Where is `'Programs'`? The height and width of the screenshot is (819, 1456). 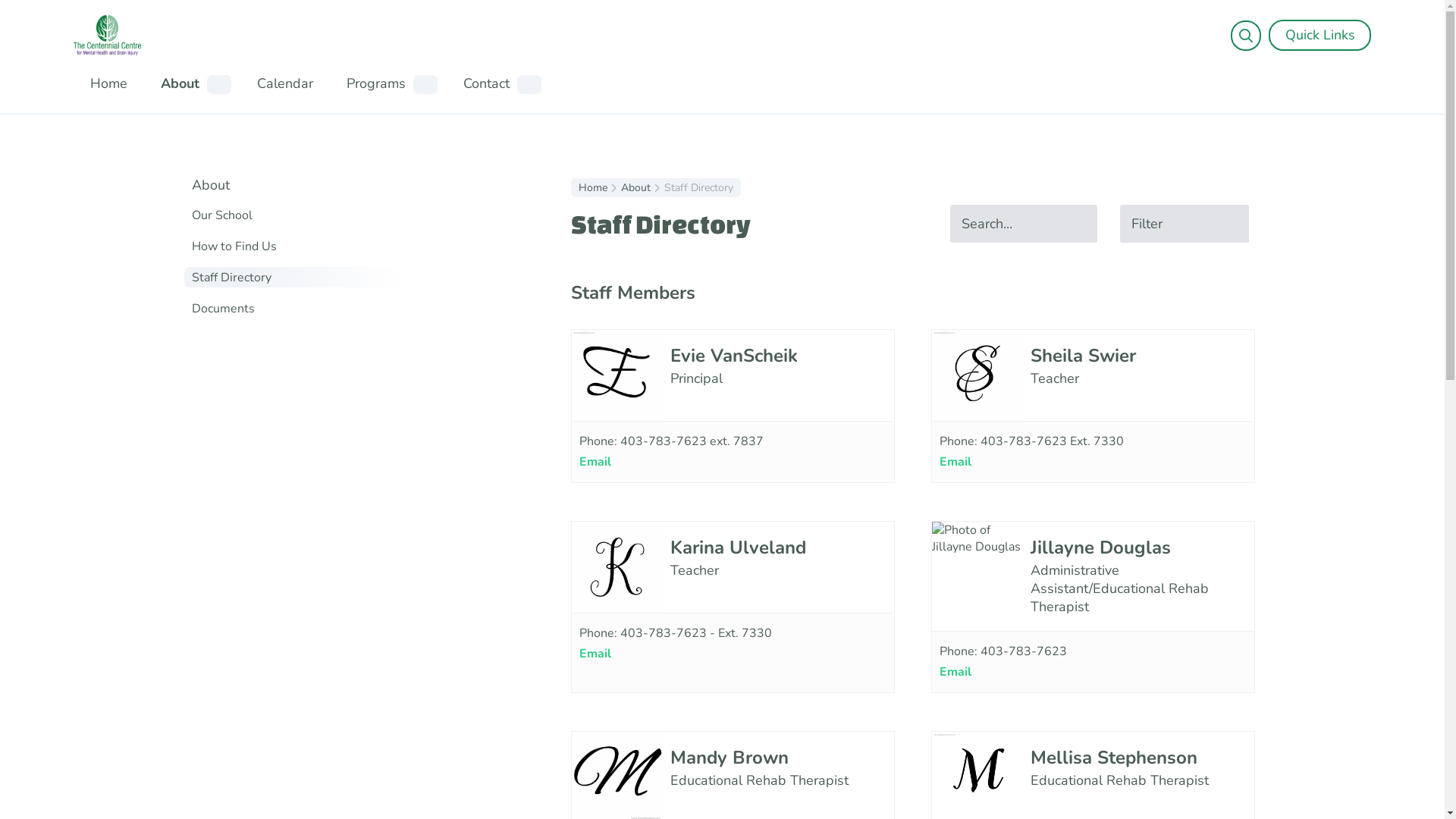 'Programs' is located at coordinates (375, 83).